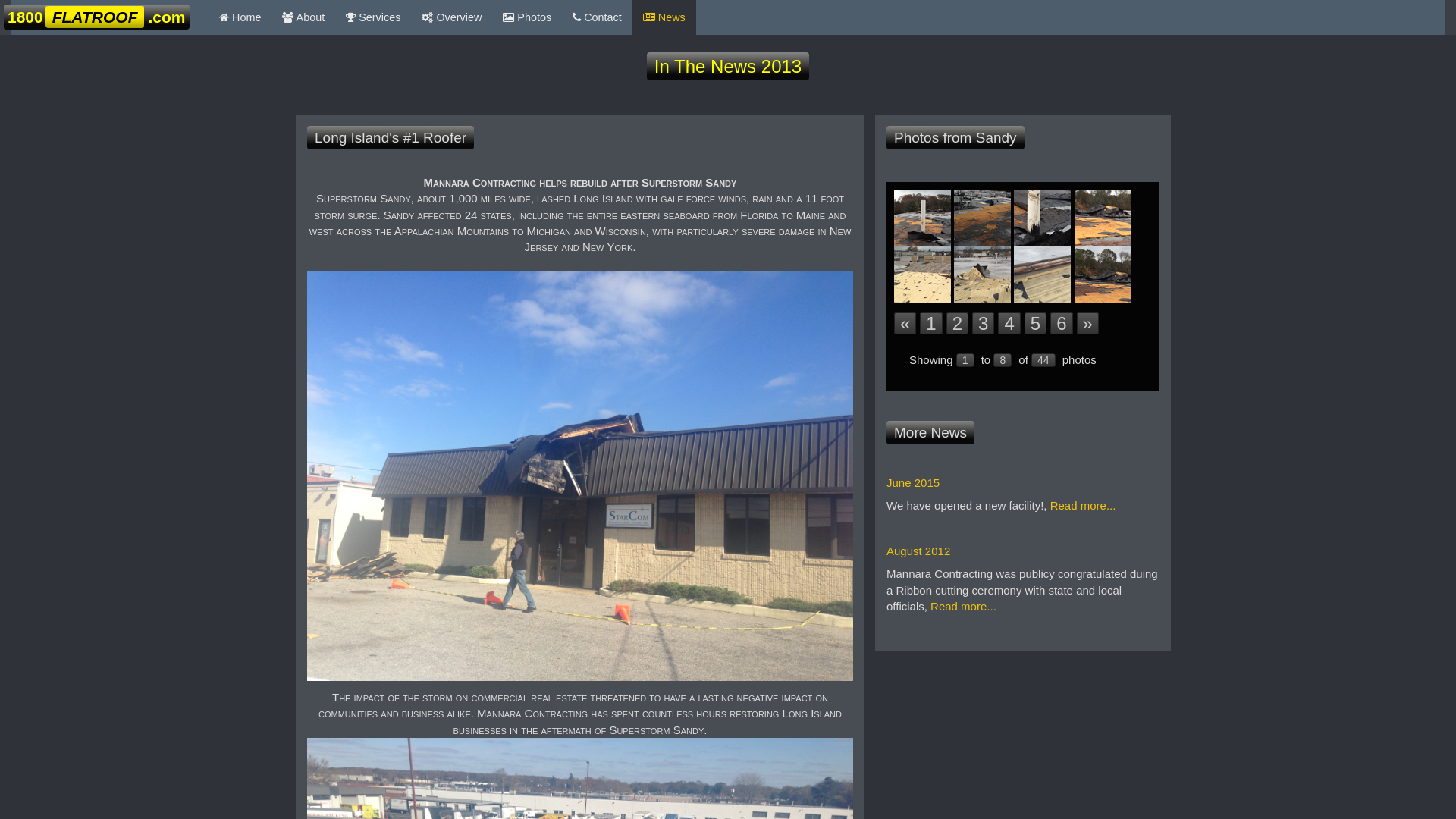 The image size is (1456, 819). What do you see at coordinates (1043, 216) in the screenshot?
I see `'1800Flatroof.com on the  job'` at bounding box center [1043, 216].